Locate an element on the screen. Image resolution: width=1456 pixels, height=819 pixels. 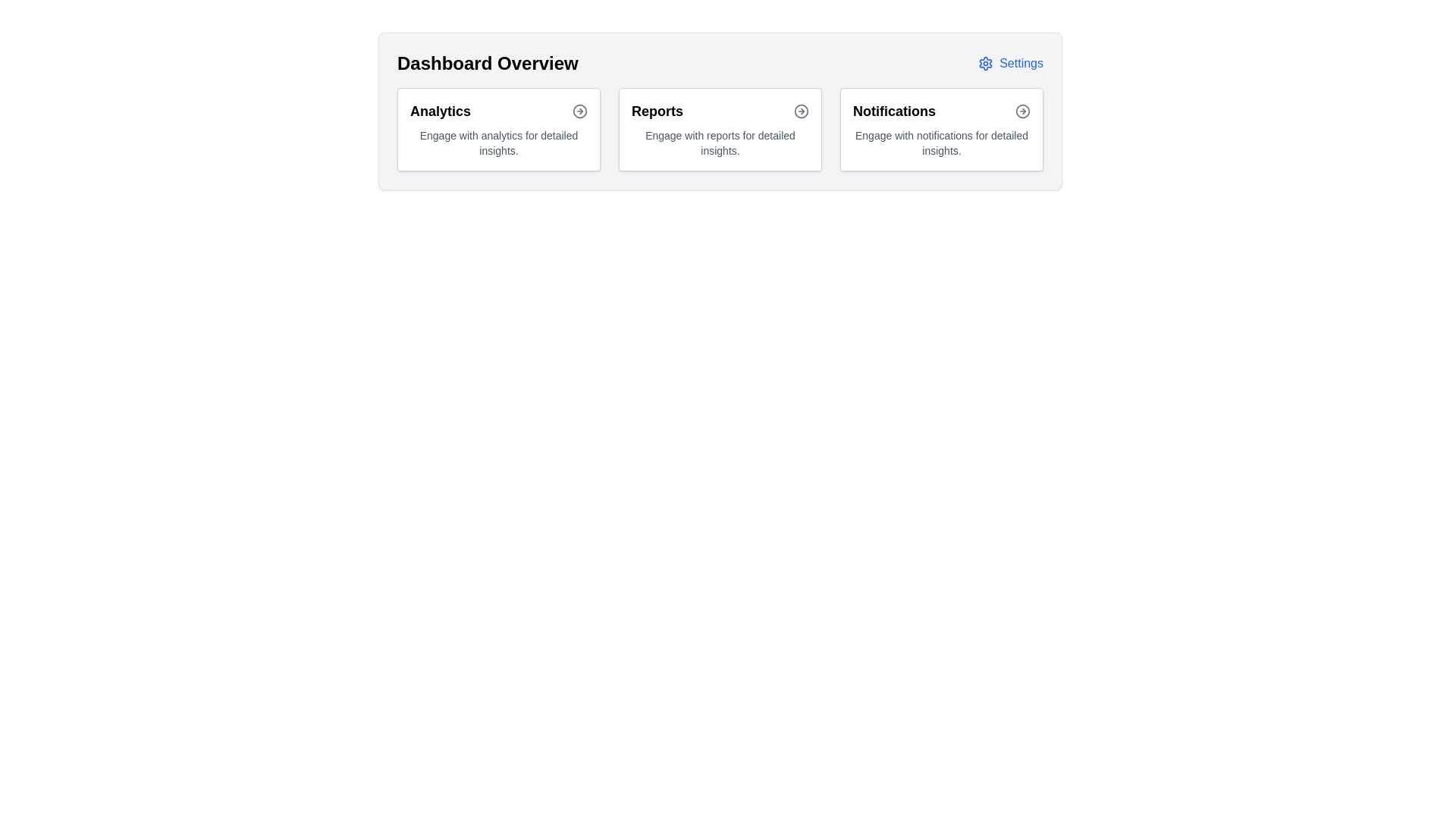
the small circular gray arrow icon located at the top right corner of the 'Reports' card is located at coordinates (800, 110).